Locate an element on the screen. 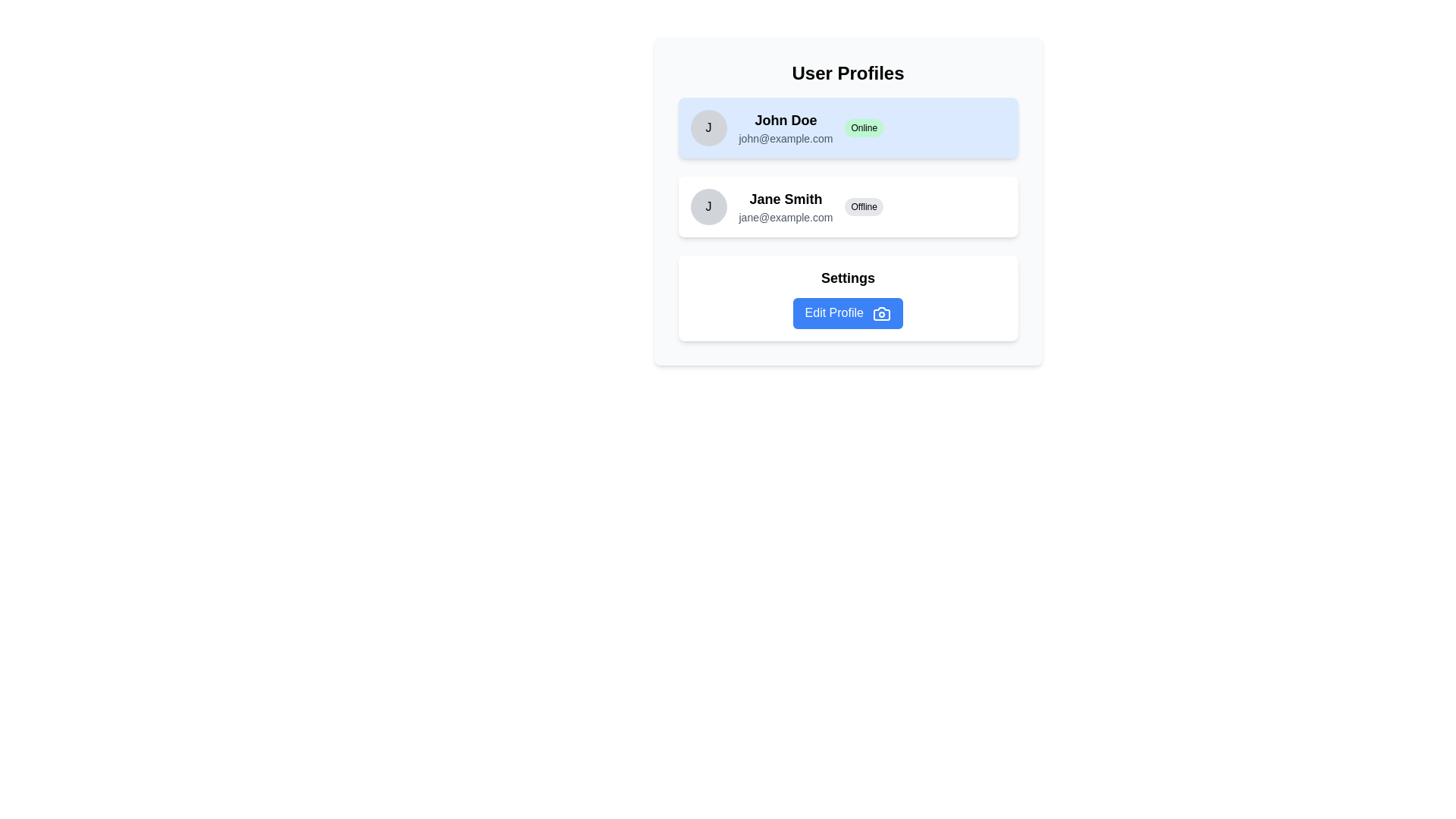 The width and height of the screenshot is (1456, 819). the text label displaying the email address 'john@example.com', which is styled in a small gray font and located below the user's name 'John Doe' in the user profile card is located at coordinates (786, 138).